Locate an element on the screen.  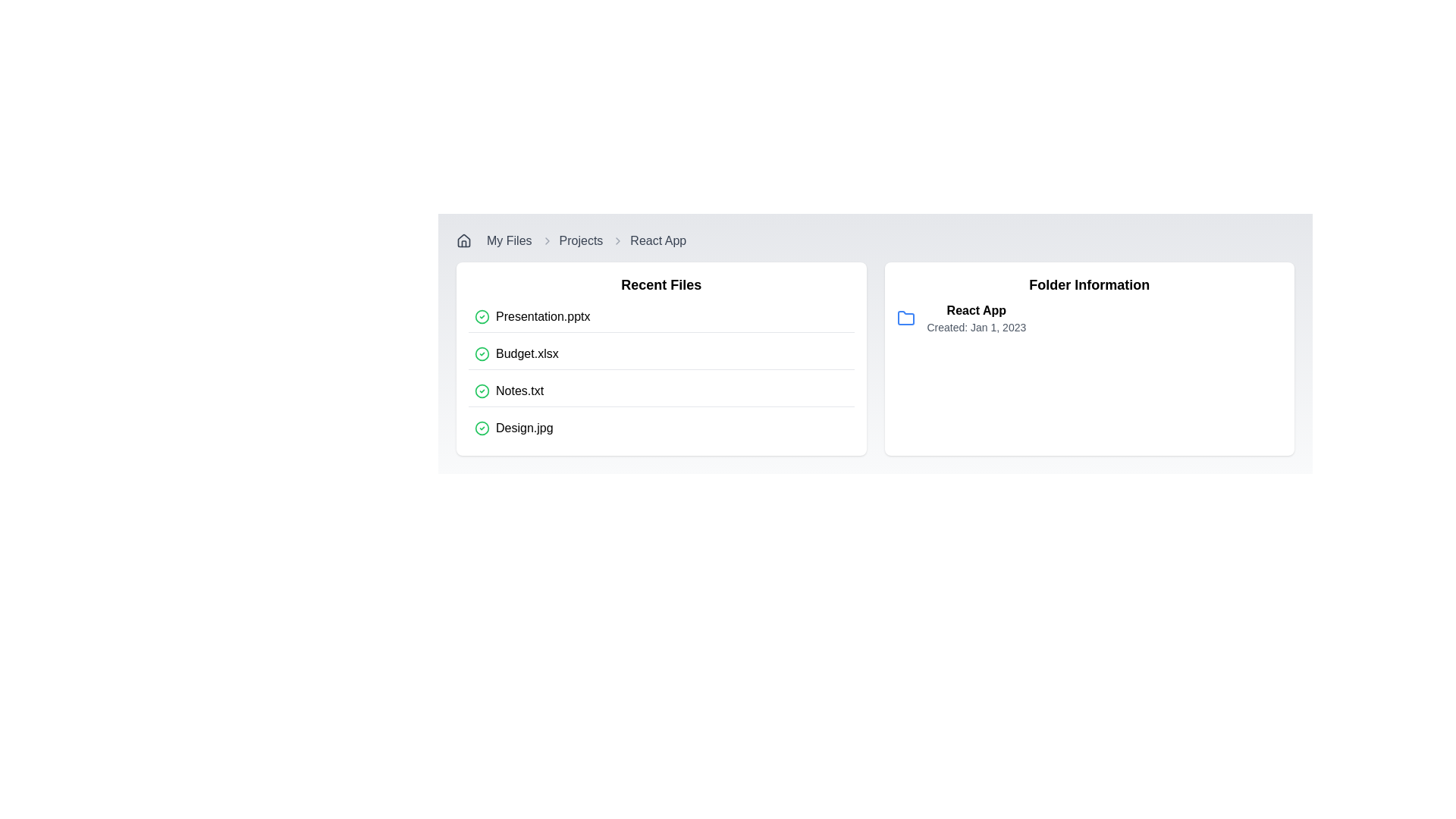
the folder icon with a blue outline and white background located in the 'Folder Information' panel, near the text label 'React App Created: Jan 1, 2023.' is located at coordinates (905, 317).